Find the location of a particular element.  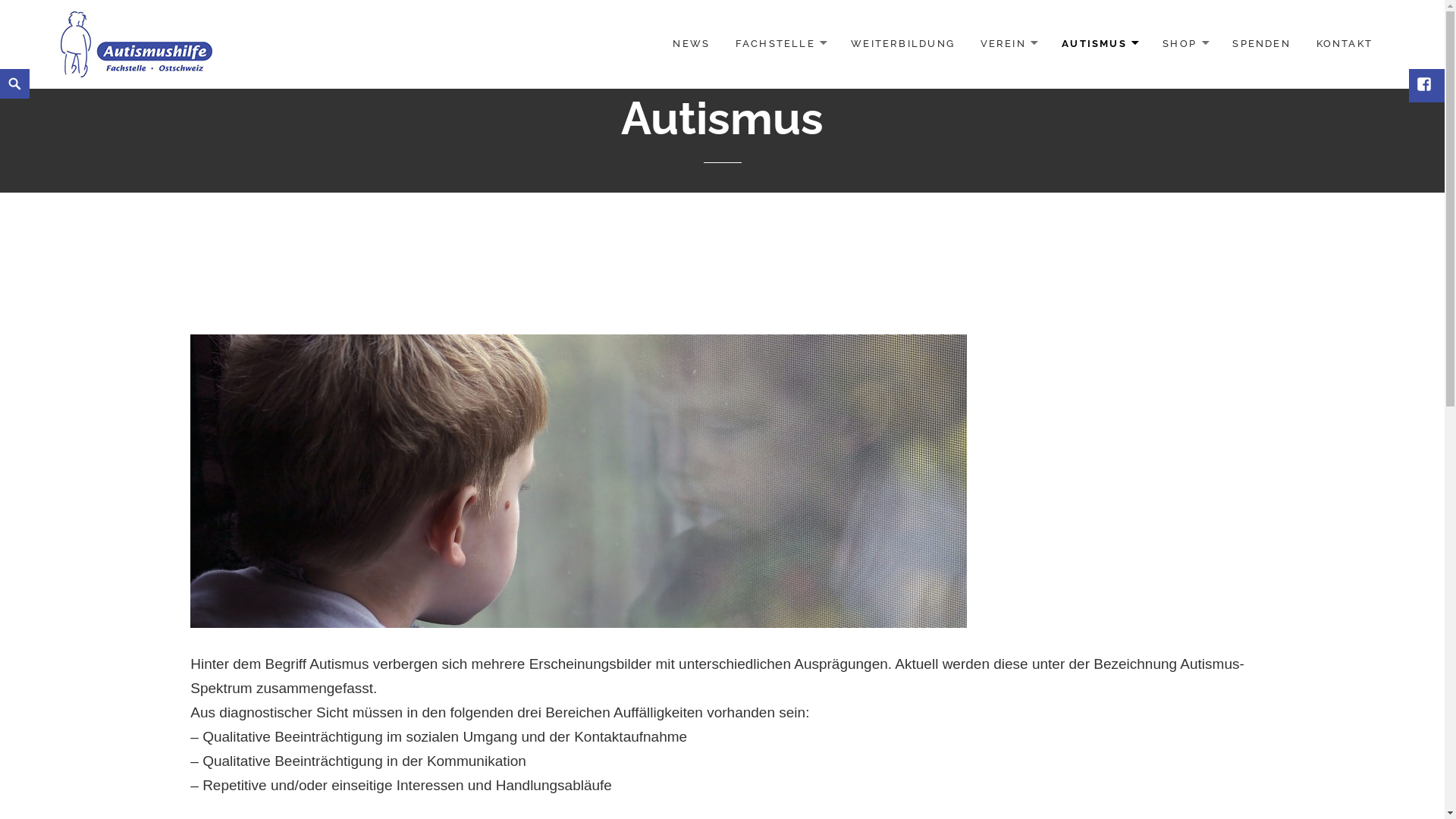

'VEREIN' is located at coordinates (968, 43).